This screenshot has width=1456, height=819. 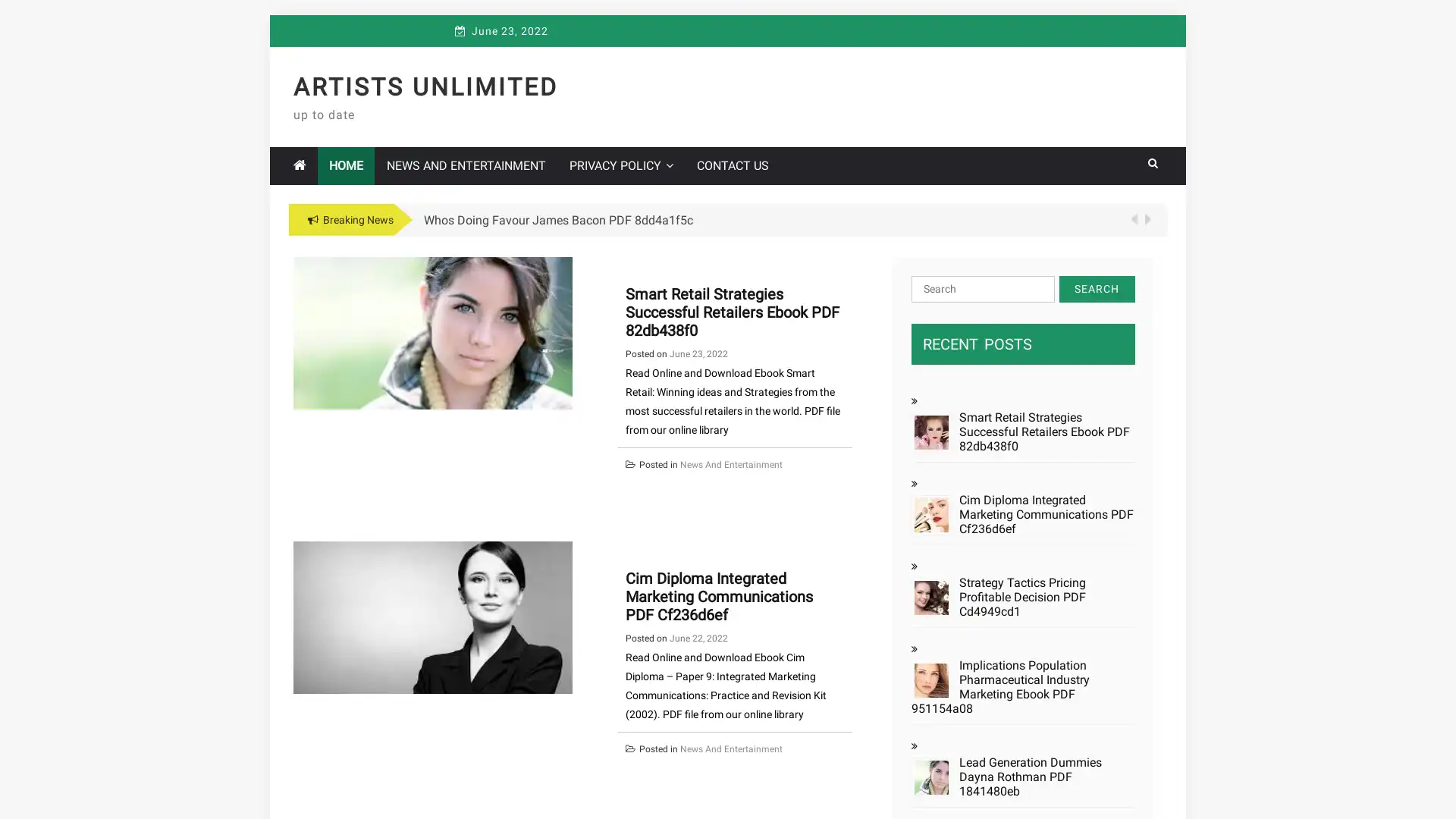 I want to click on Search, so click(x=1096, y=288).